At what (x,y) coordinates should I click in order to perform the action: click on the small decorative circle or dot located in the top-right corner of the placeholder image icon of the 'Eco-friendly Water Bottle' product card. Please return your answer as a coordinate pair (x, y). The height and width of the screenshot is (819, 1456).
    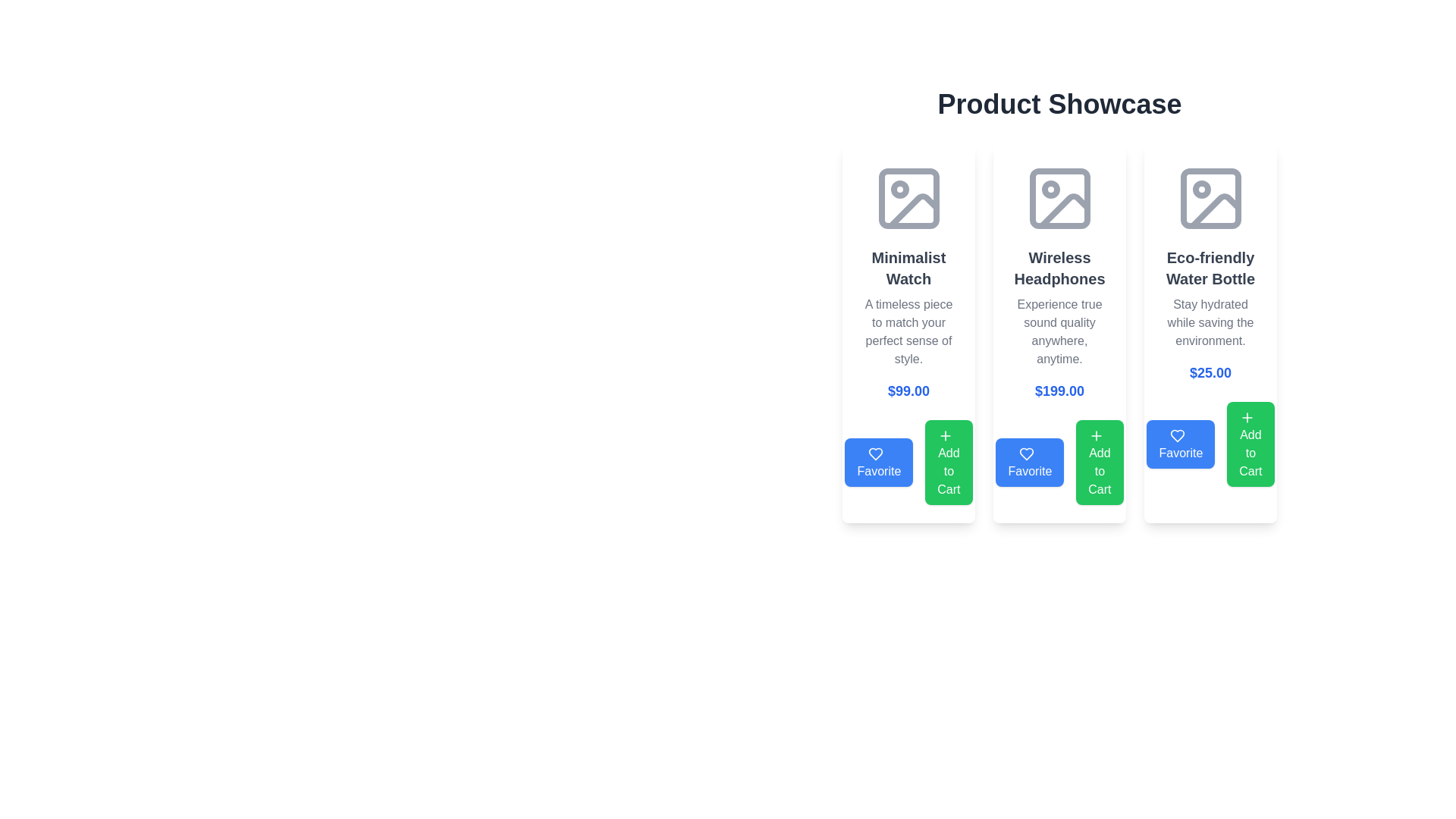
    Looking at the image, I should click on (1200, 189).